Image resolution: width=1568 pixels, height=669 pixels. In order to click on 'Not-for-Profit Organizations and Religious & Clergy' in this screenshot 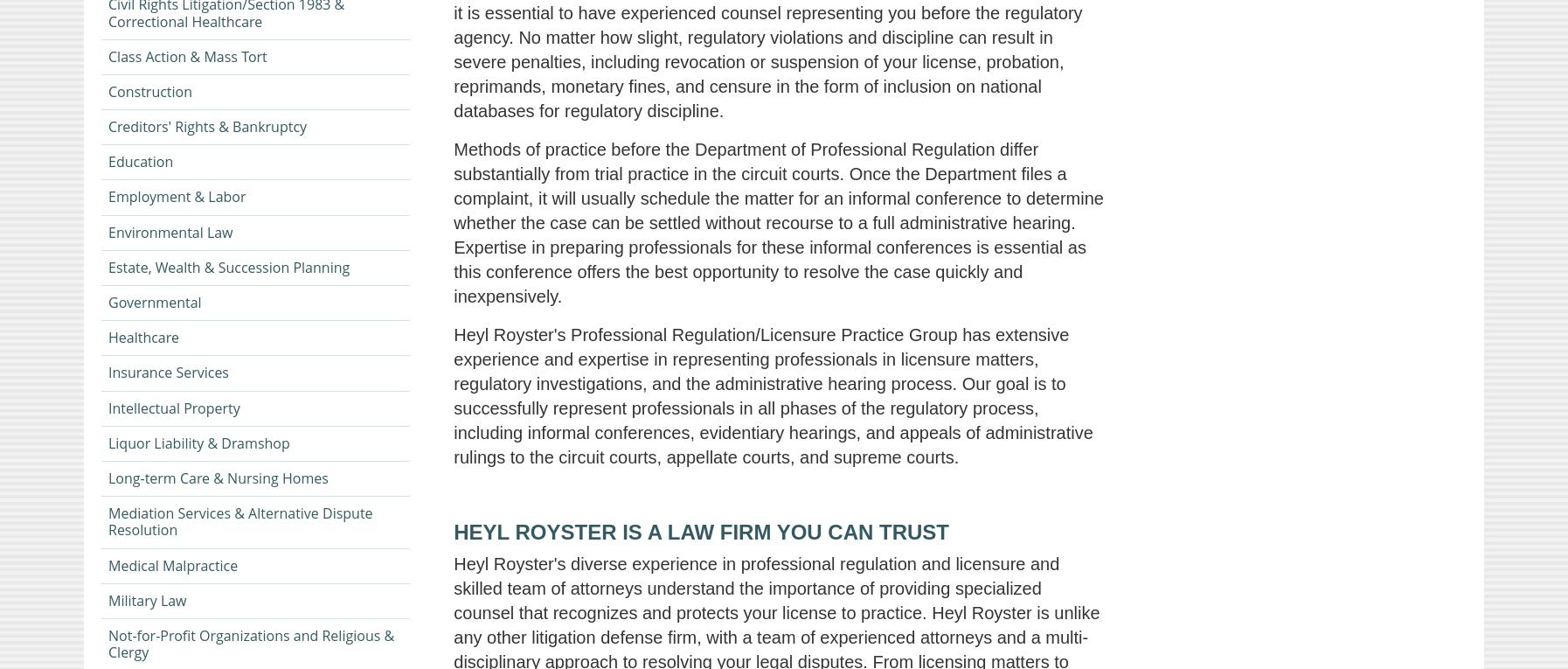, I will do `click(250, 644)`.